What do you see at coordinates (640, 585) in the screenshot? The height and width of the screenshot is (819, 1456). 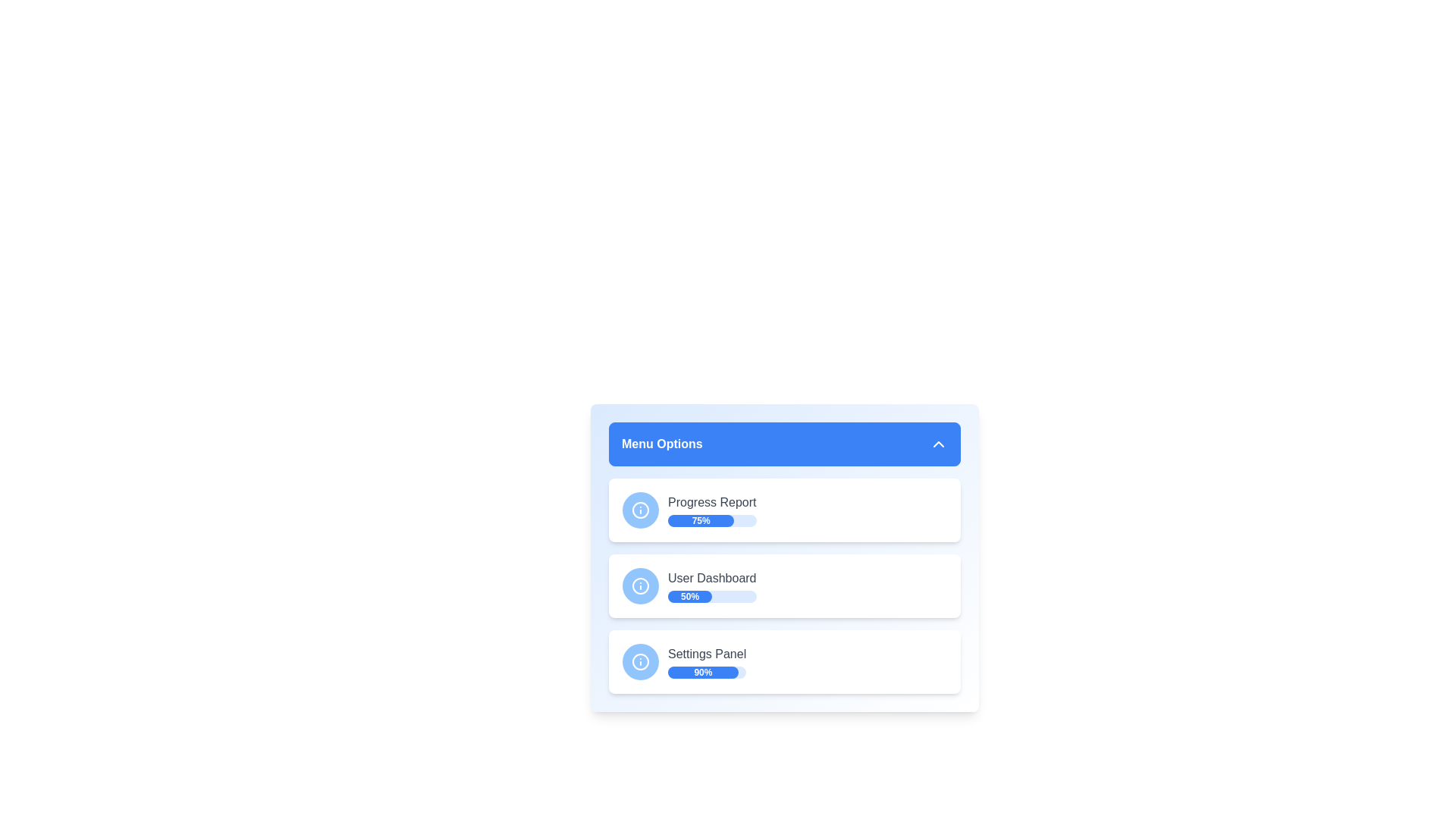 I see `the icon beside the menu item 'User Dashboard'` at bounding box center [640, 585].